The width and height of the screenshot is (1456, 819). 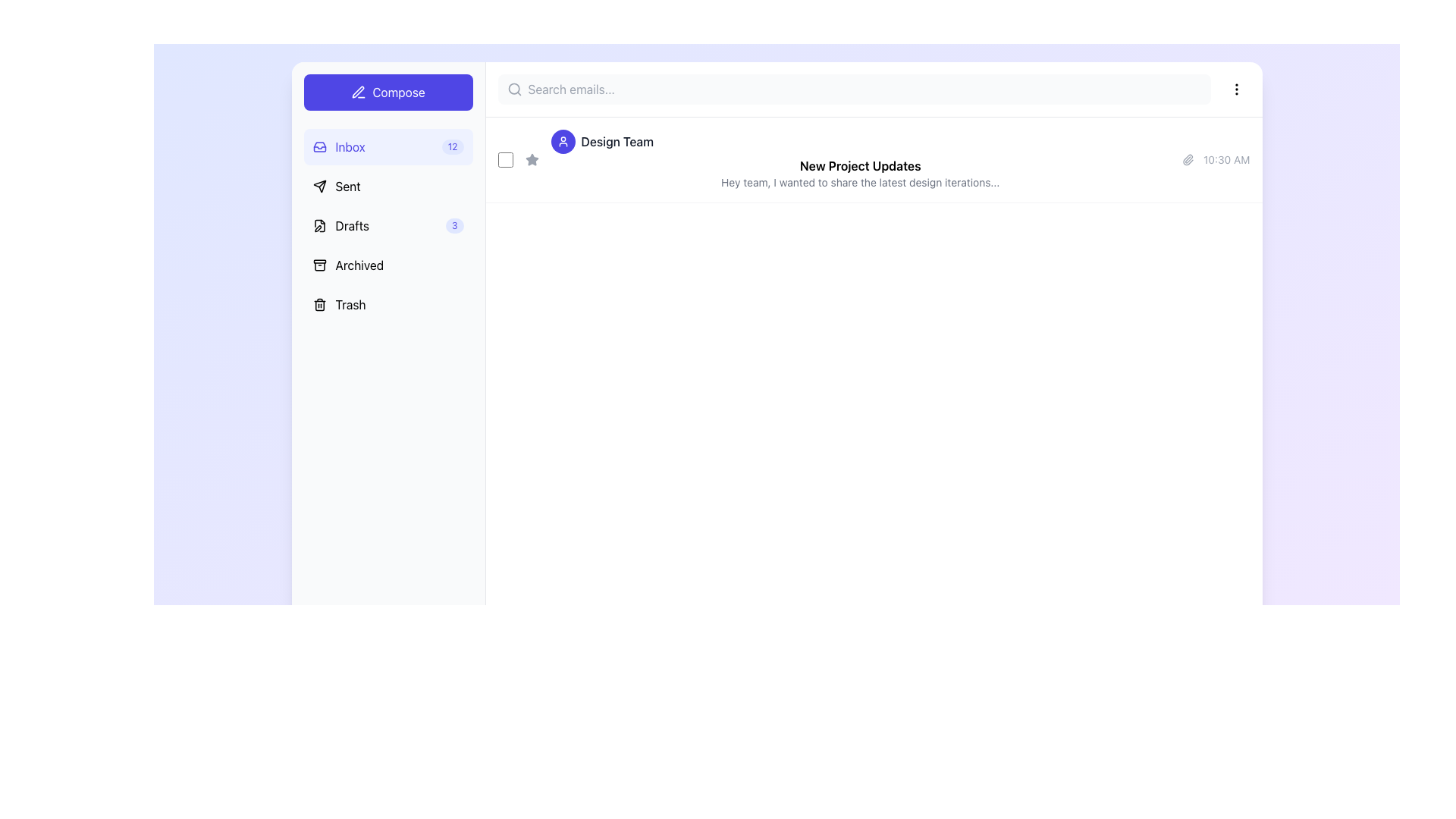 What do you see at coordinates (514, 89) in the screenshot?
I see `the search icon located at the left side of the search input field, which indicates the functionality for inputting queries` at bounding box center [514, 89].